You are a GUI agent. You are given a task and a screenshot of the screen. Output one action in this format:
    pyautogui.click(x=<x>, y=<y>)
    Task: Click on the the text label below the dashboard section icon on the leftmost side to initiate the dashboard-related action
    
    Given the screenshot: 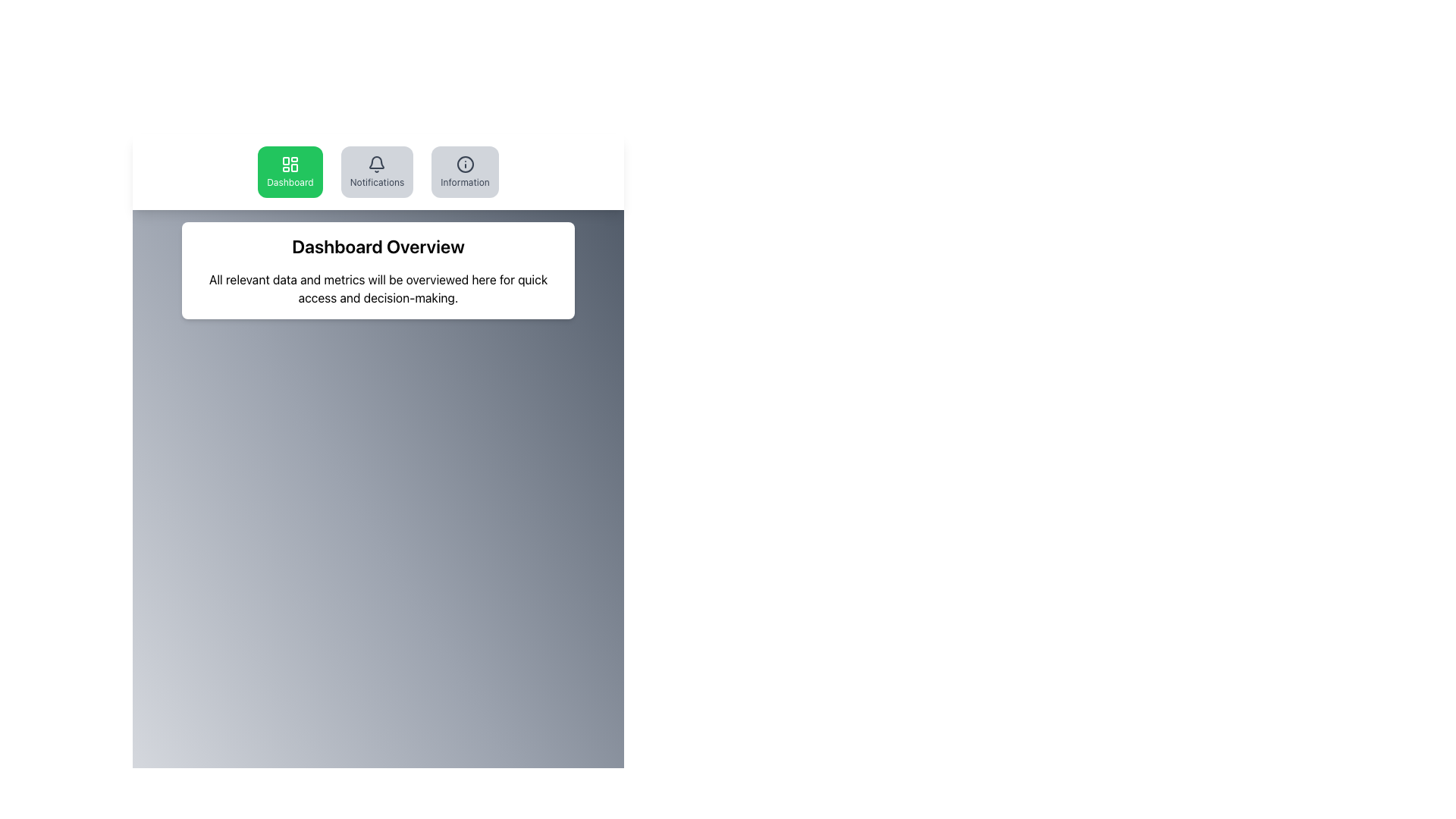 What is the action you would take?
    pyautogui.click(x=290, y=181)
    